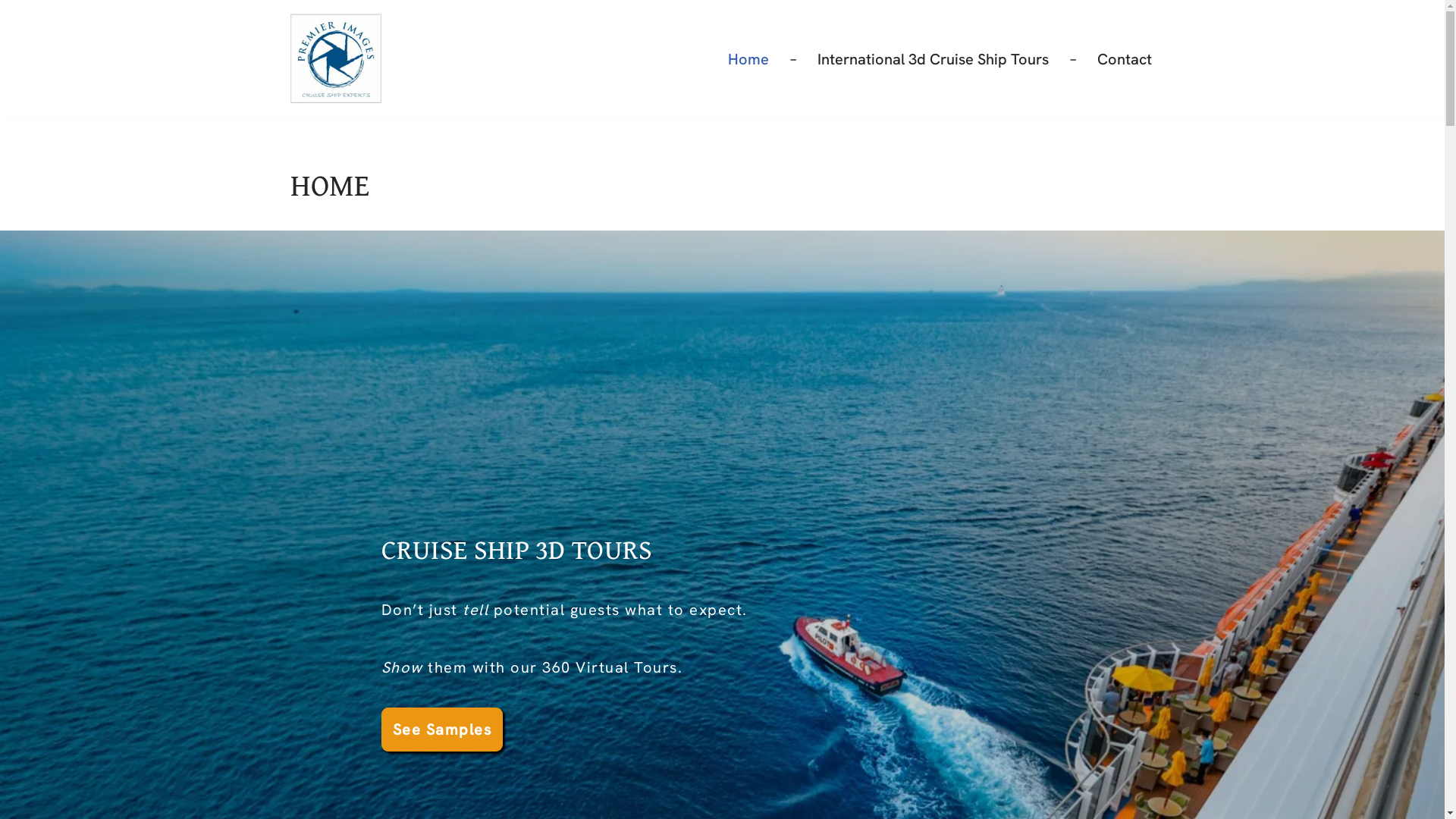 The height and width of the screenshot is (819, 1456). What do you see at coordinates (1124, 58) in the screenshot?
I see `'Contact'` at bounding box center [1124, 58].